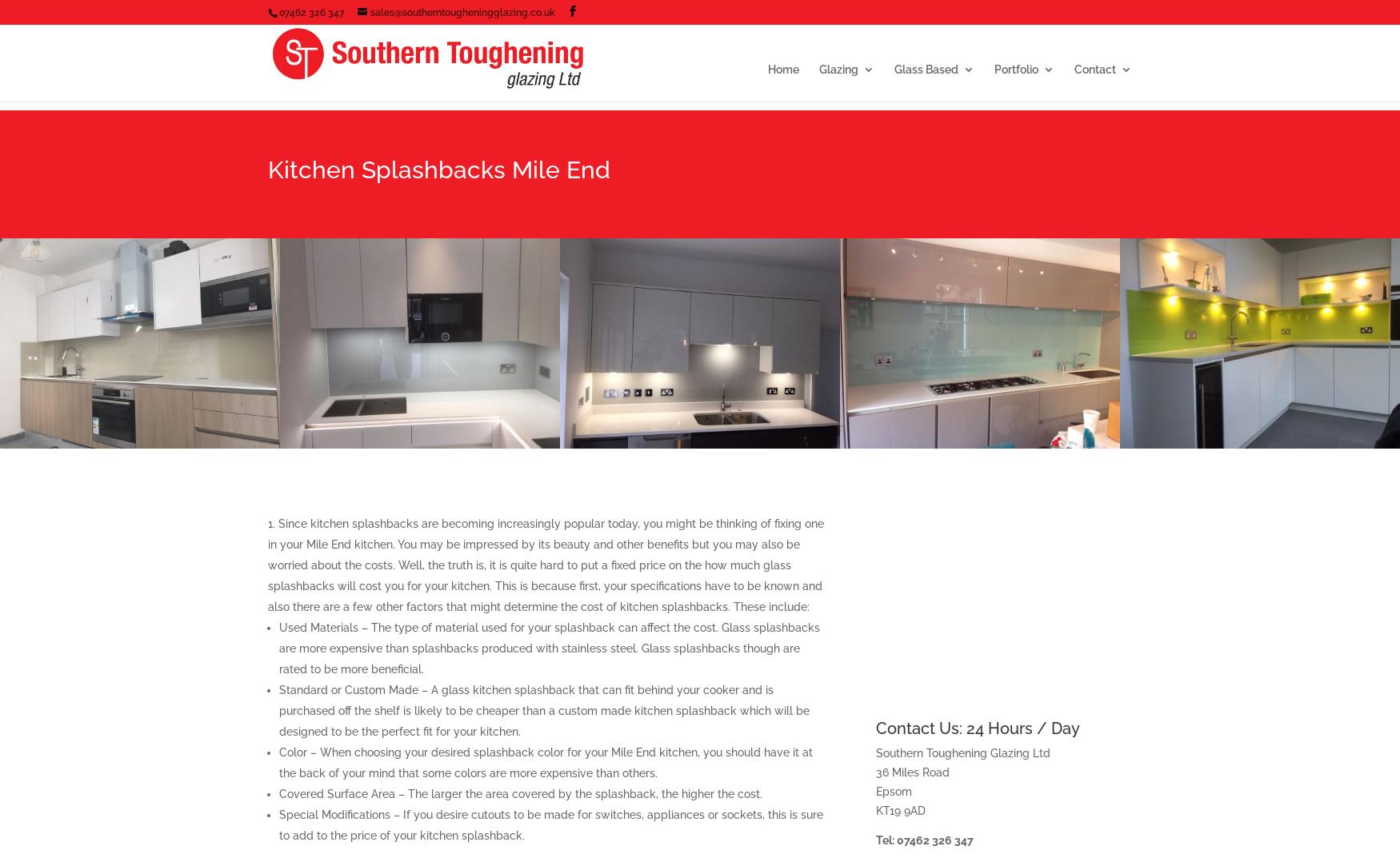 The image size is (1400, 858). Describe the element at coordinates (1025, 294) in the screenshot. I see `'Exterior Glass'` at that location.